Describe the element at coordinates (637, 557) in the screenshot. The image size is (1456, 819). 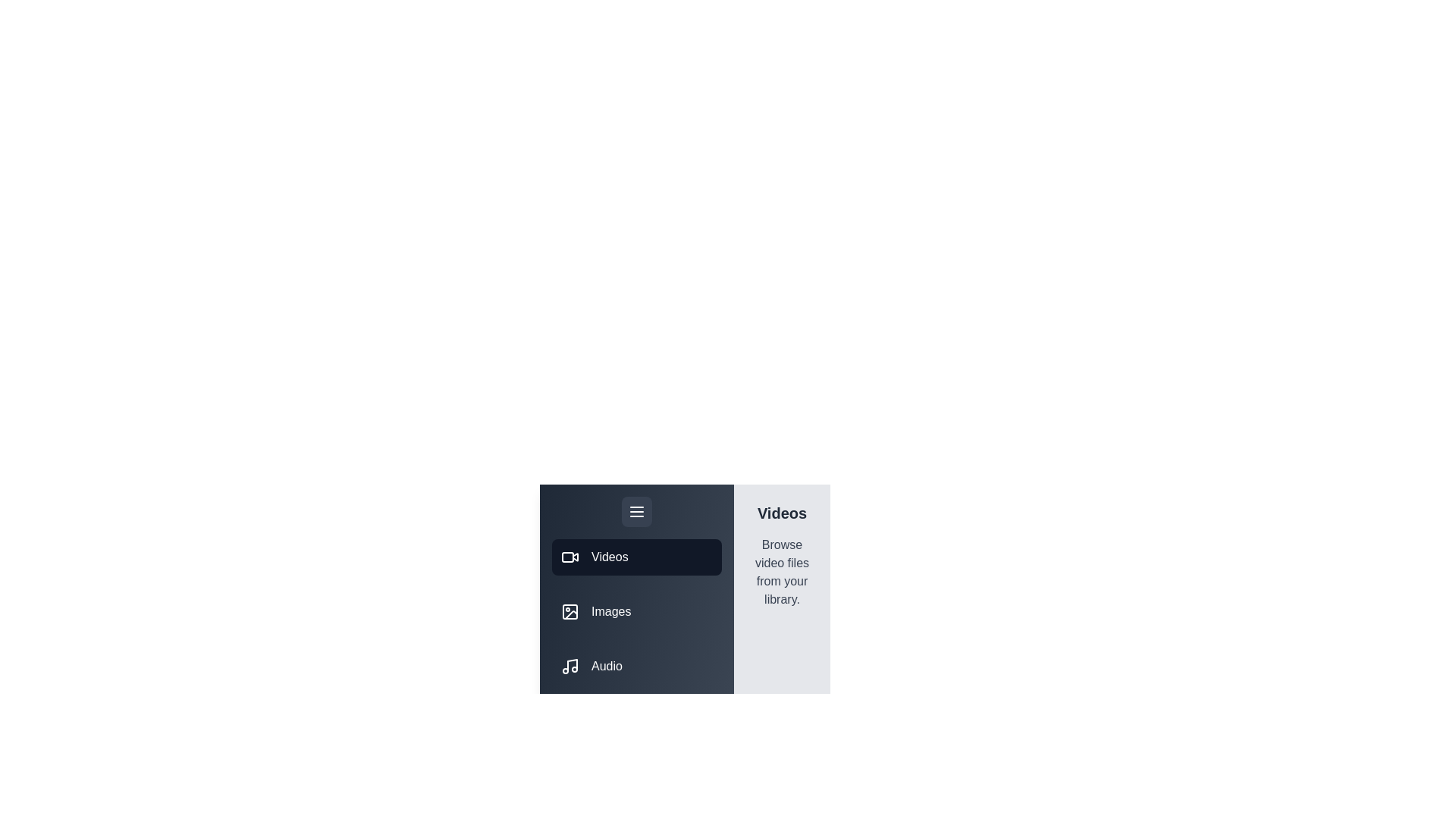
I see `the media type Videos from the drawer` at that location.